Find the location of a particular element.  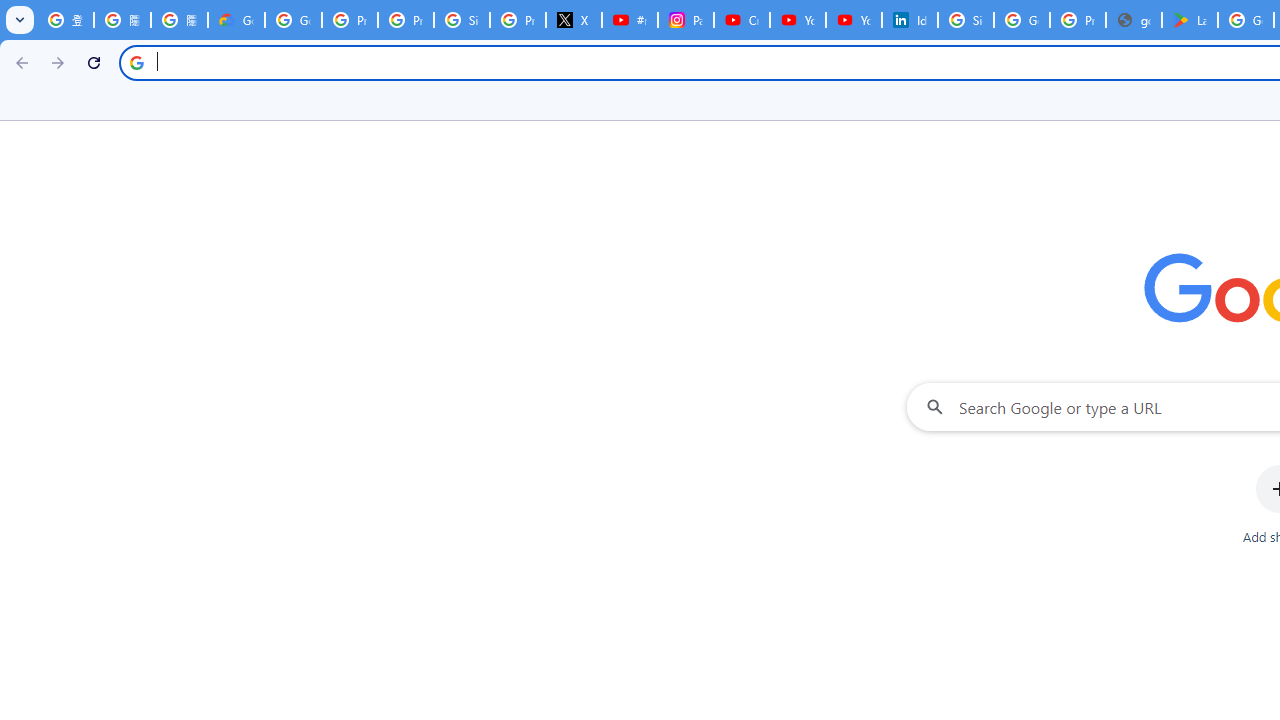

'Sign in - Google Accounts' is located at coordinates (966, 20).